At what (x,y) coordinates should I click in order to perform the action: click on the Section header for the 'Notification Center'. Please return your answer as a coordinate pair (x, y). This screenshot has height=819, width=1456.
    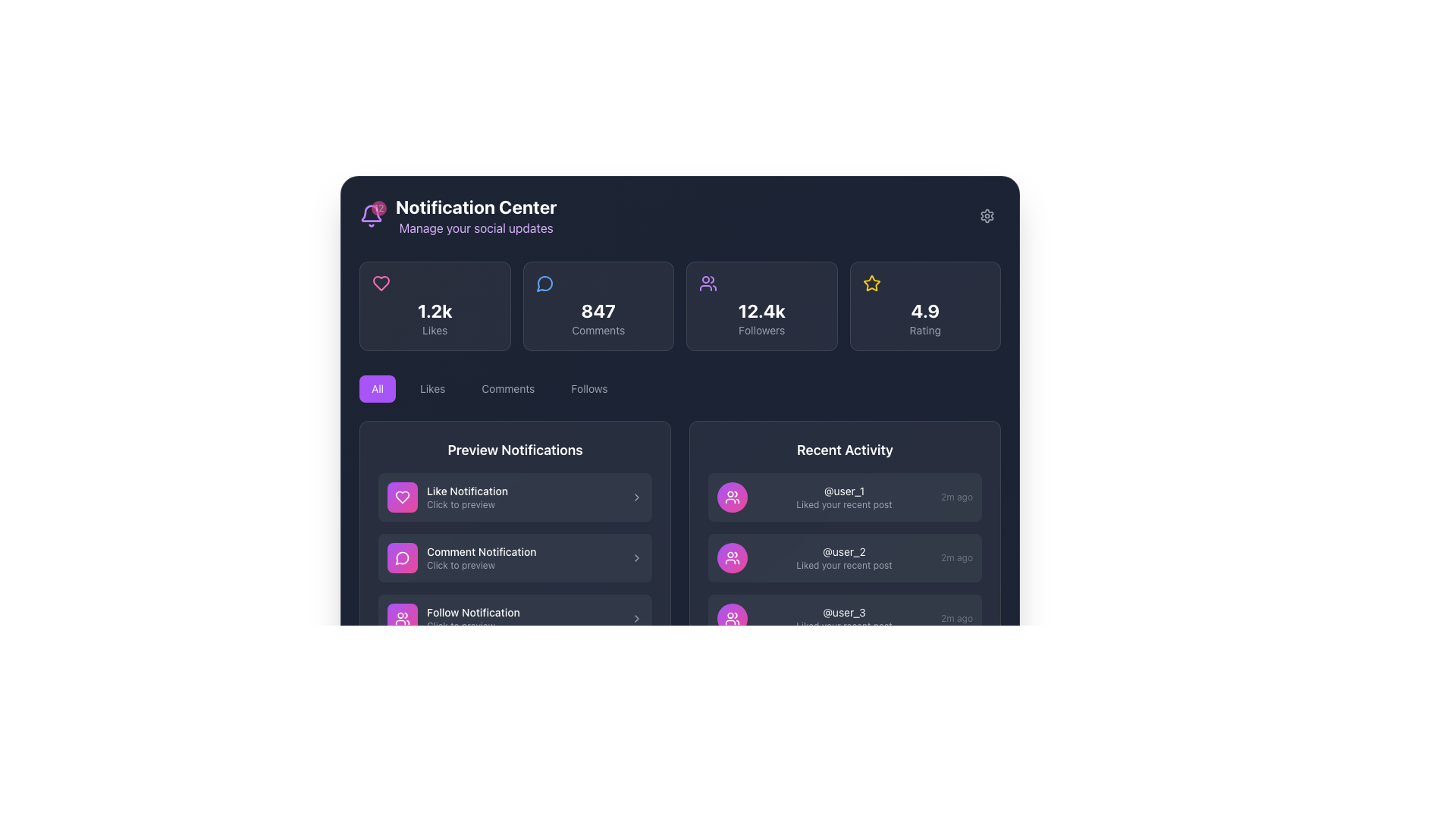
    Looking at the image, I should click on (457, 216).